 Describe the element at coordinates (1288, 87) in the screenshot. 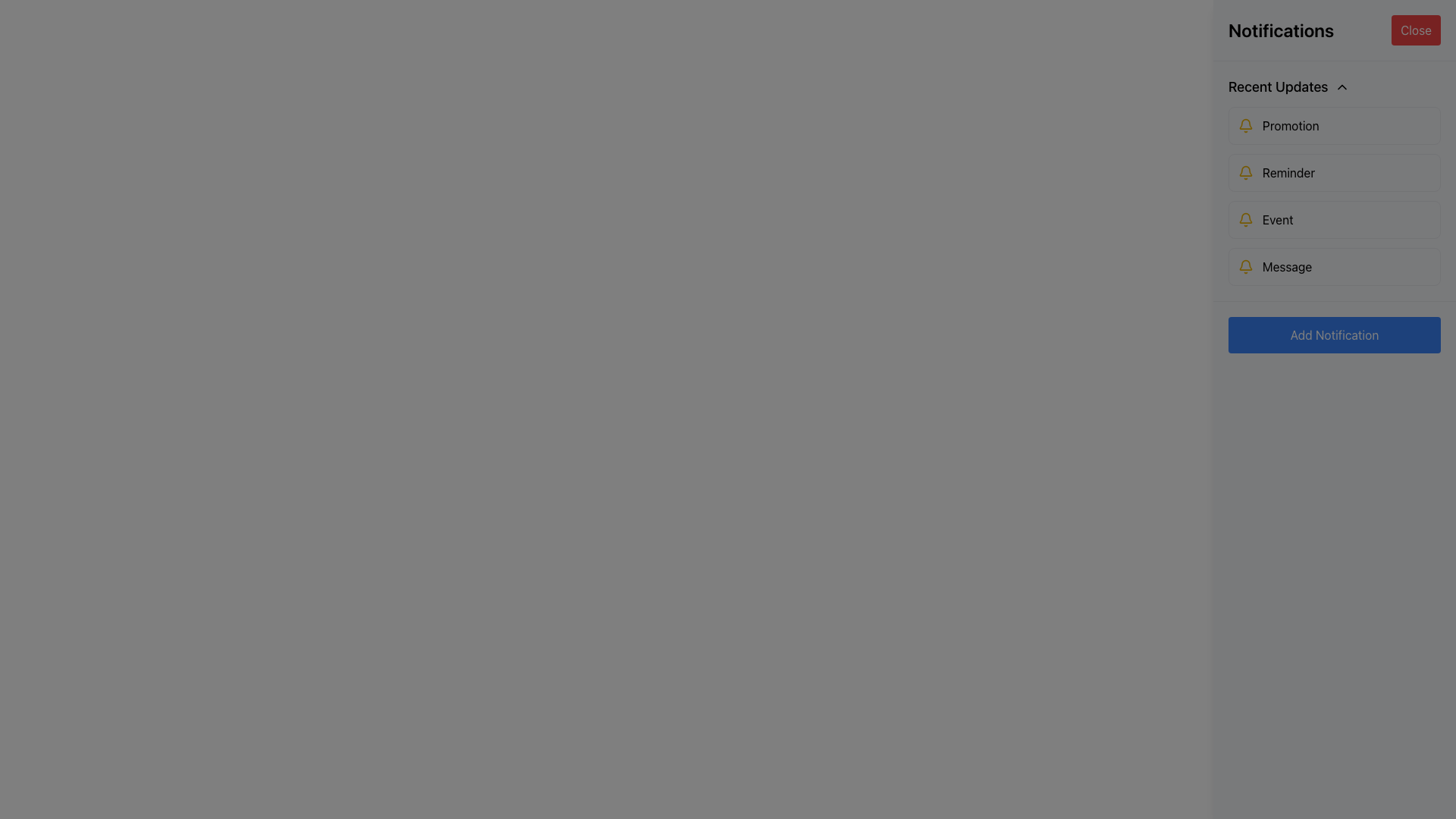

I see `the 'Recent Updates' Collapsible Header, which features bold text and an upward-pointing arrow icon` at that location.